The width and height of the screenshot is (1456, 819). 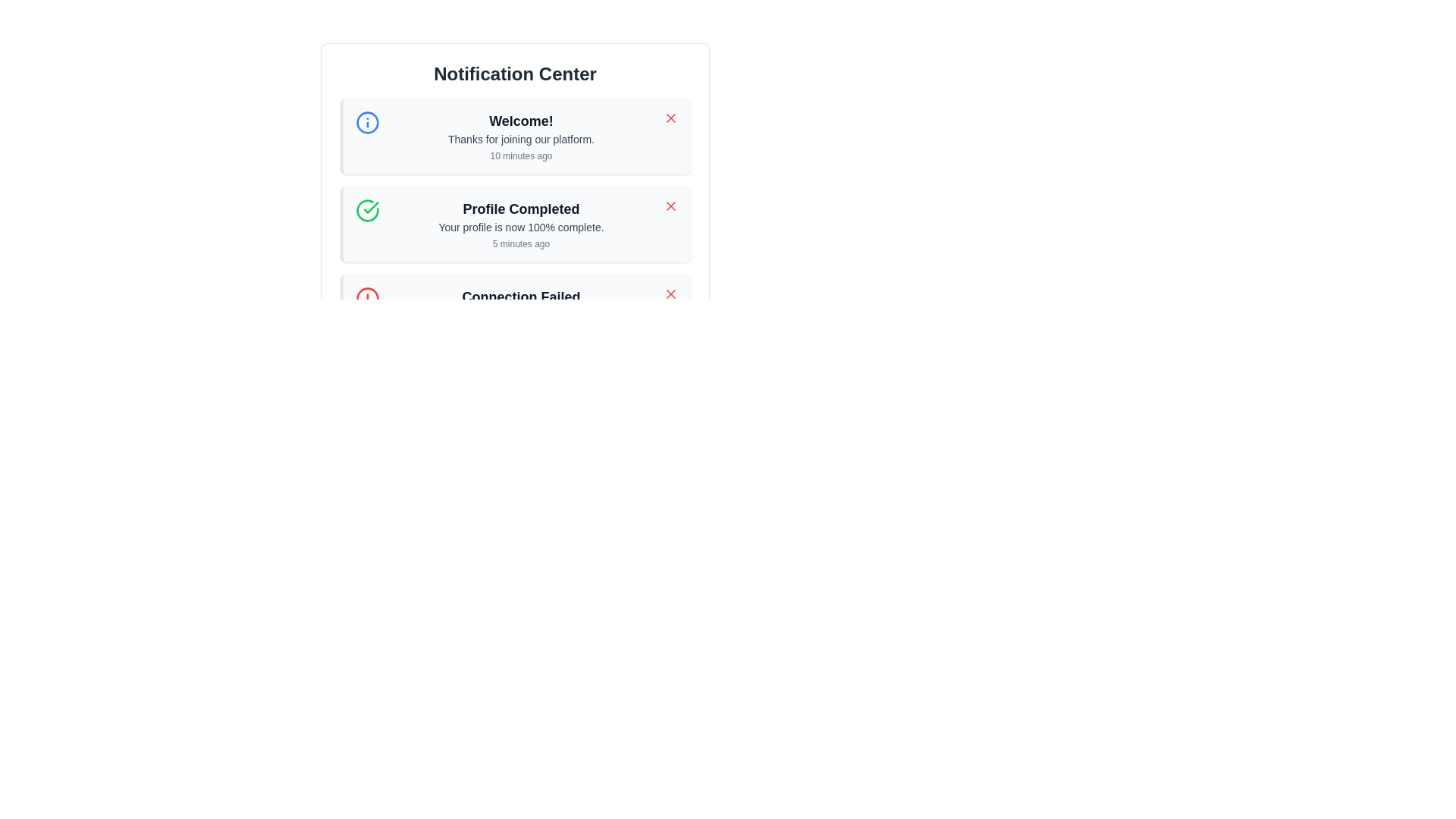 What do you see at coordinates (367, 122) in the screenshot?
I see `the decorative circle icon located in the top-left region of a notification item in the notification center interface` at bounding box center [367, 122].